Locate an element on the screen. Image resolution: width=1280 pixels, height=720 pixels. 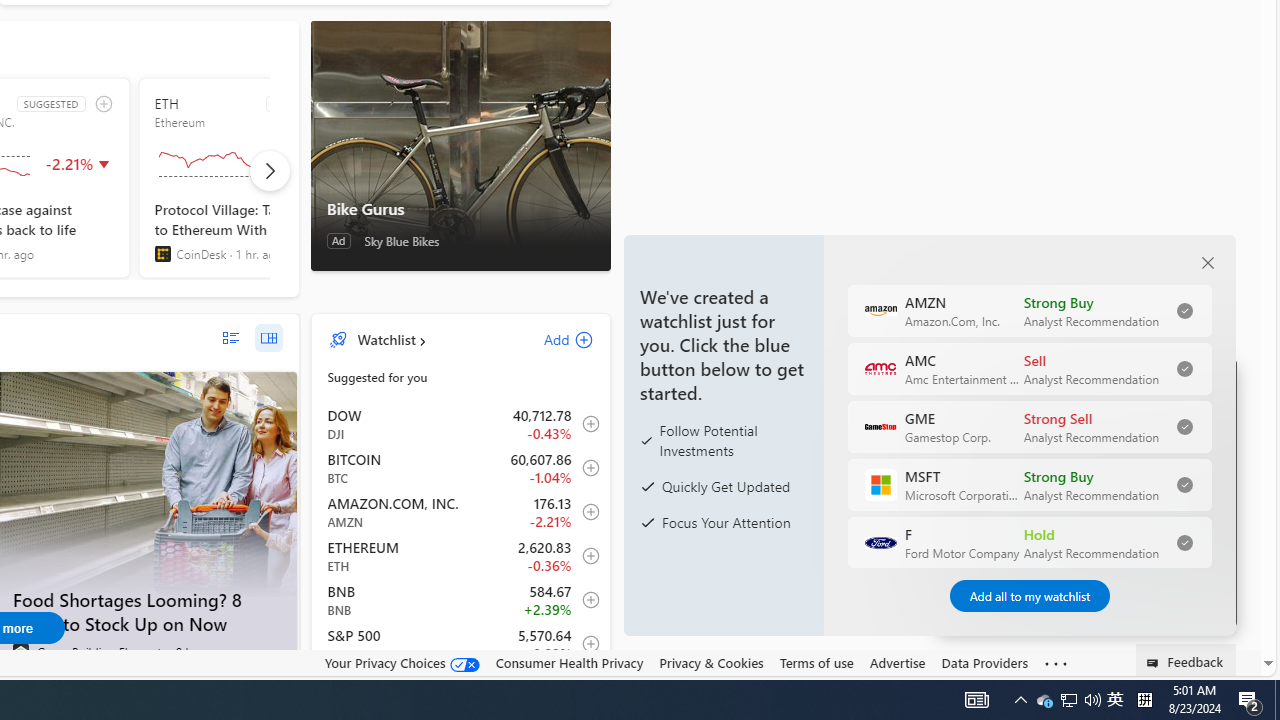
'ETH SUGGESTED Ethereum' is located at coordinates (257, 177).